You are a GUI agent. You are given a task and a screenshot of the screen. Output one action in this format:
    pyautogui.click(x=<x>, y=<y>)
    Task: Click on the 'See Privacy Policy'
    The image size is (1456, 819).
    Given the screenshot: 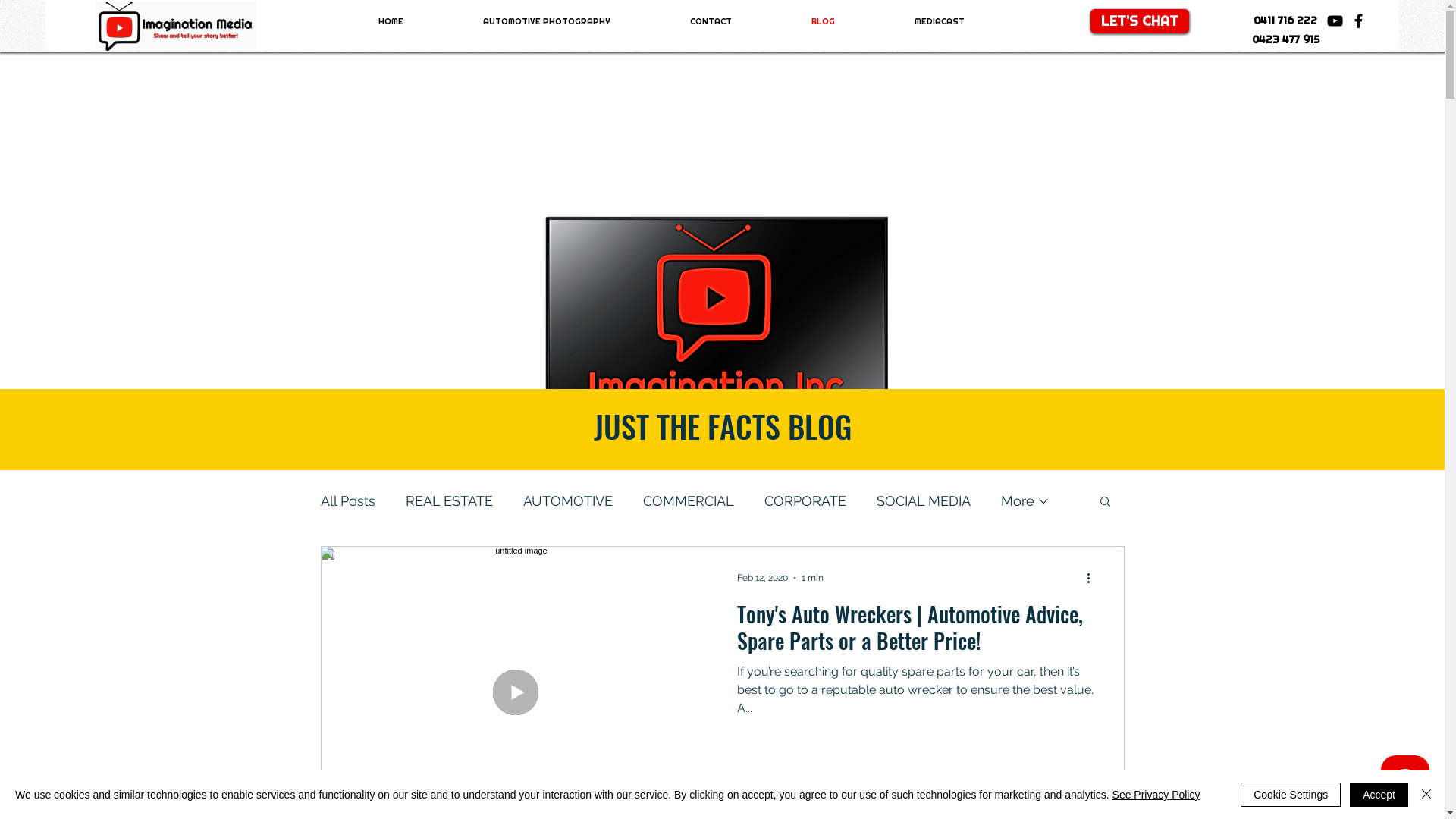 What is the action you would take?
    pyautogui.click(x=1156, y=794)
    